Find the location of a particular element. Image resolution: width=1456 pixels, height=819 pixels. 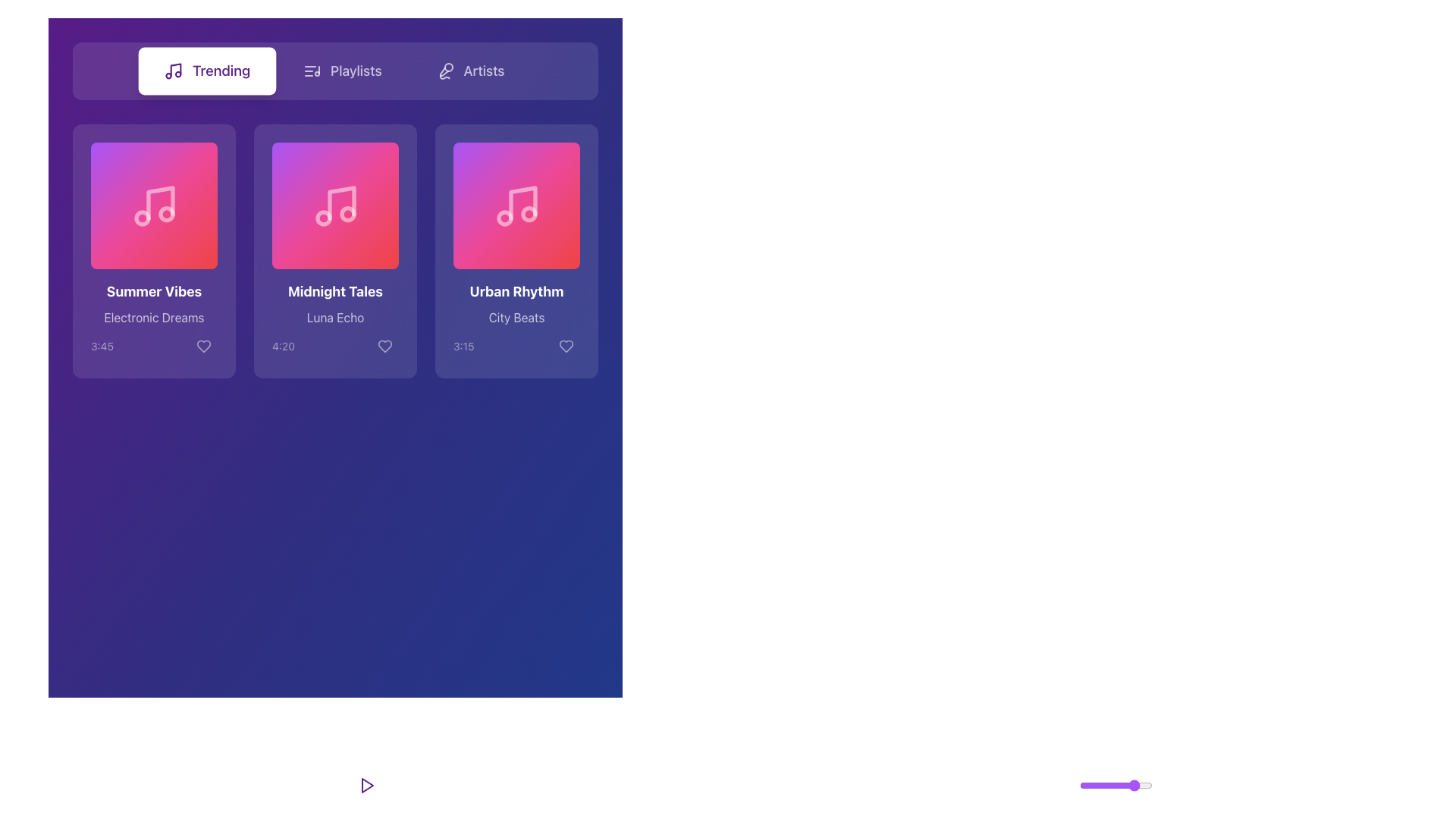

the static text element that displays the subtitle or artist name, located in the second column of the 'Trending' section, between the title 'Midnight Tales' and the timestamp '4:20' is located at coordinates (334, 317).